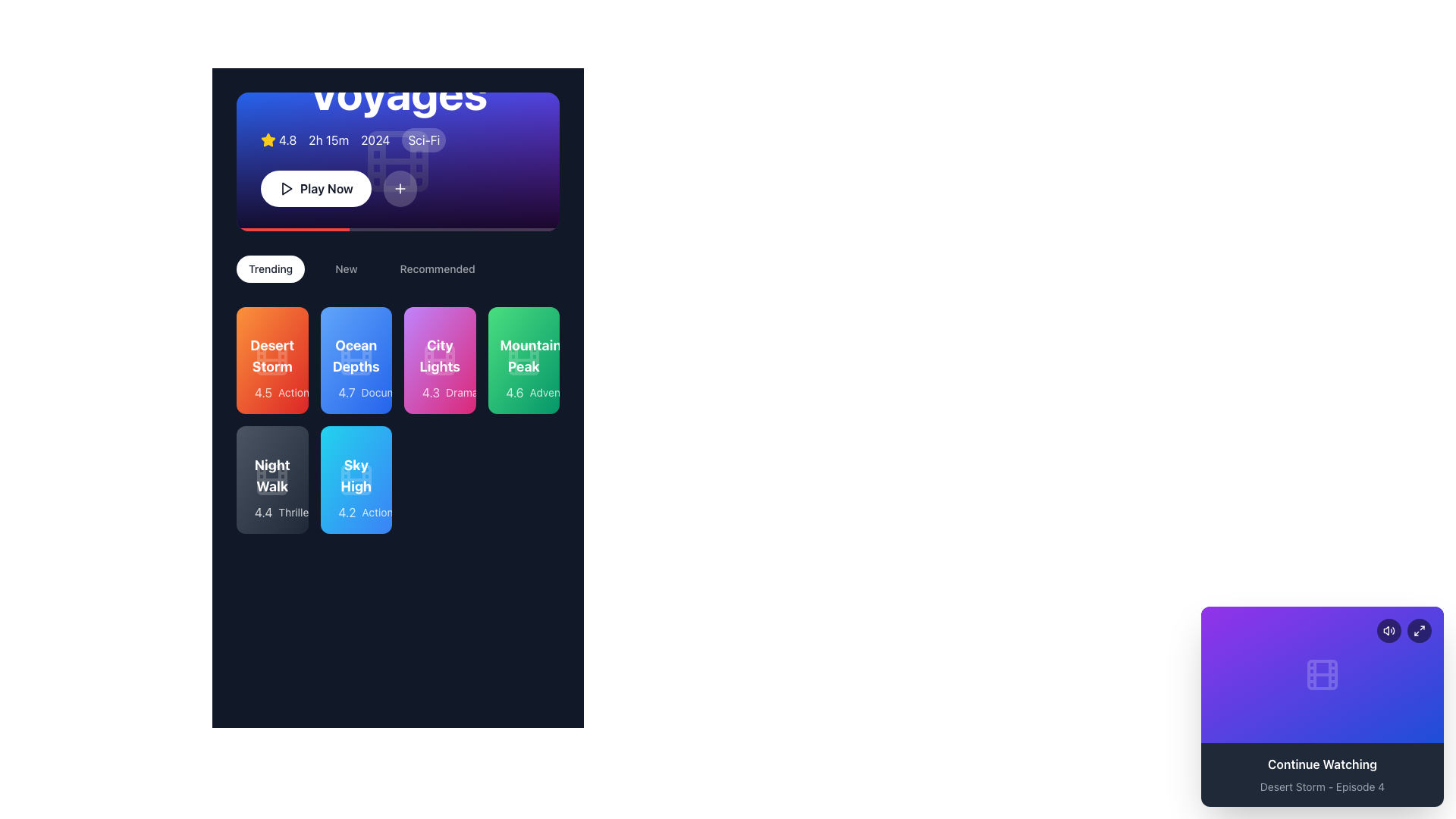 The height and width of the screenshot is (819, 1456). Describe the element at coordinates (1389, 631) in the screenshot. I see `the sound-related icon button located in the bottom-right corner of the interface` at that location.